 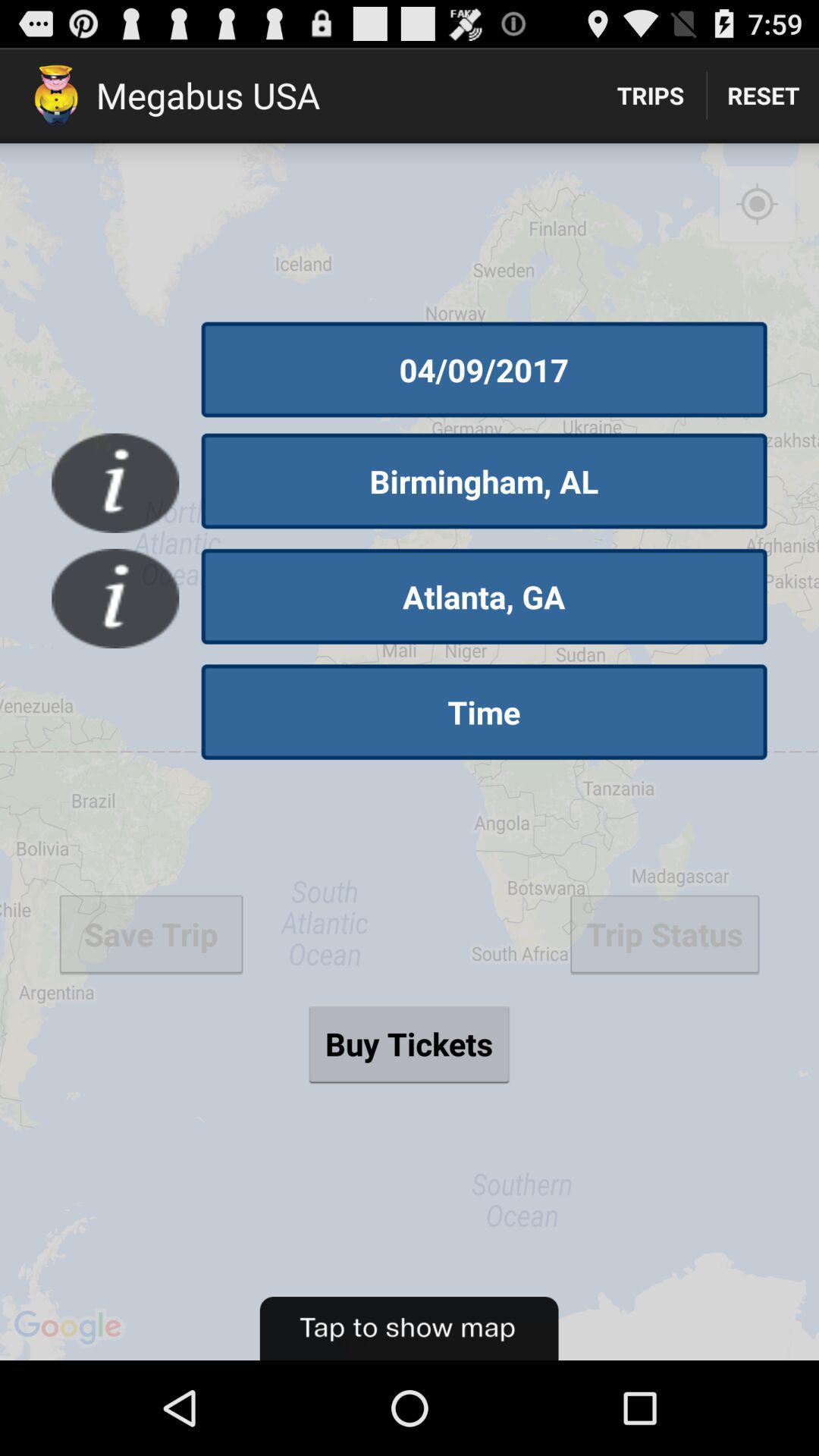 I want to click on the trips, so click(x=649, y=94).